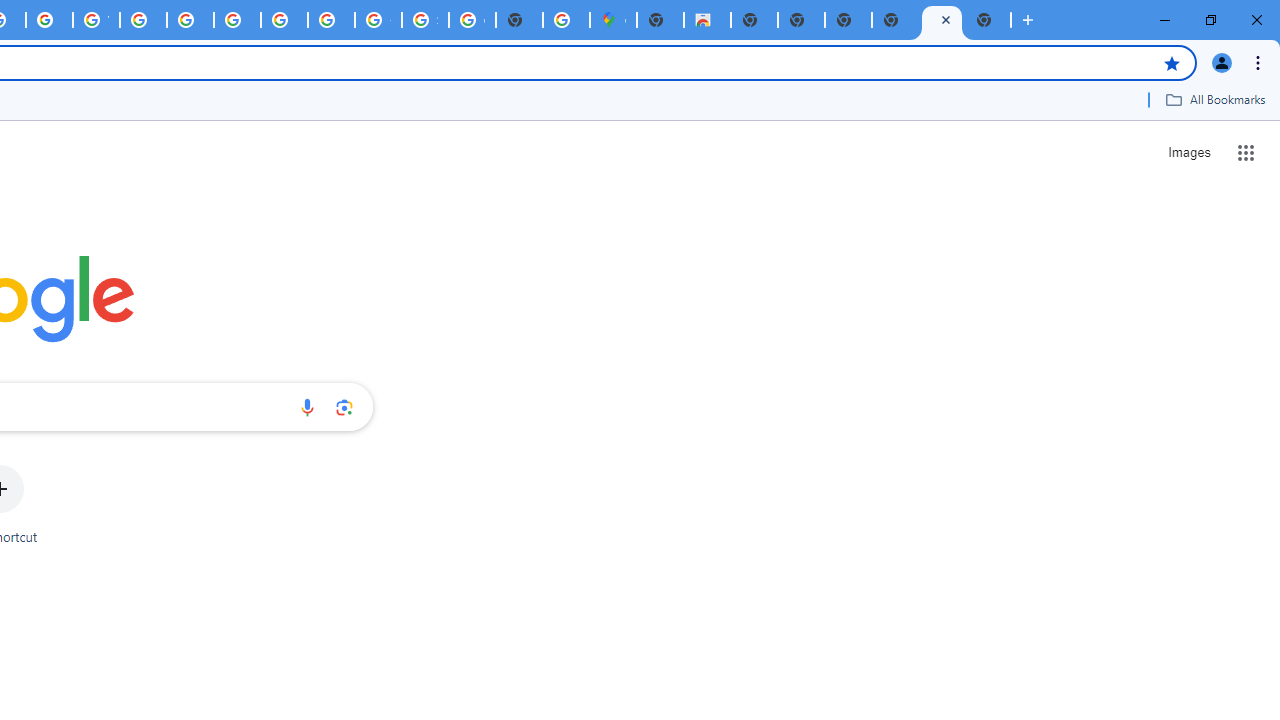 This screenshot has width=1280, height=720. Describe the element at coordinates (306, 406) in the screenshot. I see `'Search by voice'` at that location.